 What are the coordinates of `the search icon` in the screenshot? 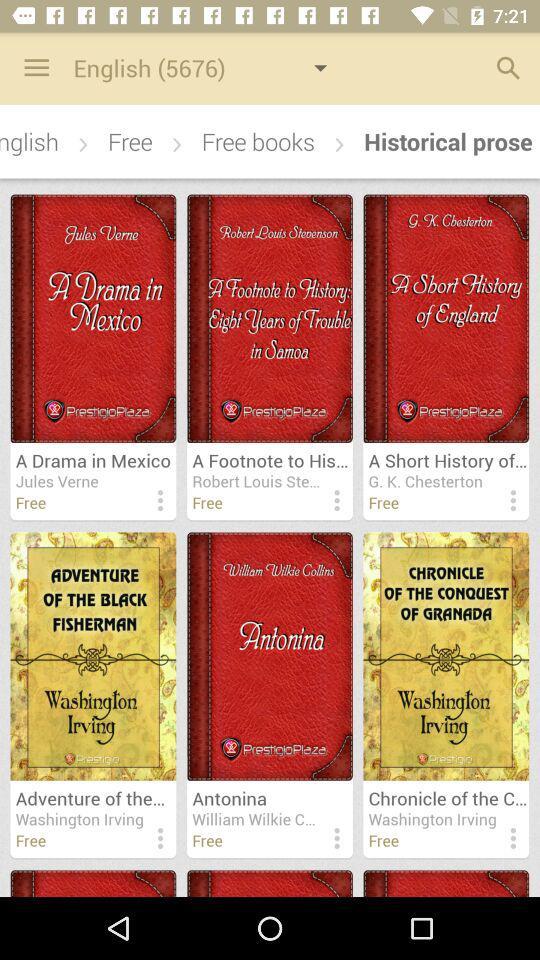 It's located at (502, 70).